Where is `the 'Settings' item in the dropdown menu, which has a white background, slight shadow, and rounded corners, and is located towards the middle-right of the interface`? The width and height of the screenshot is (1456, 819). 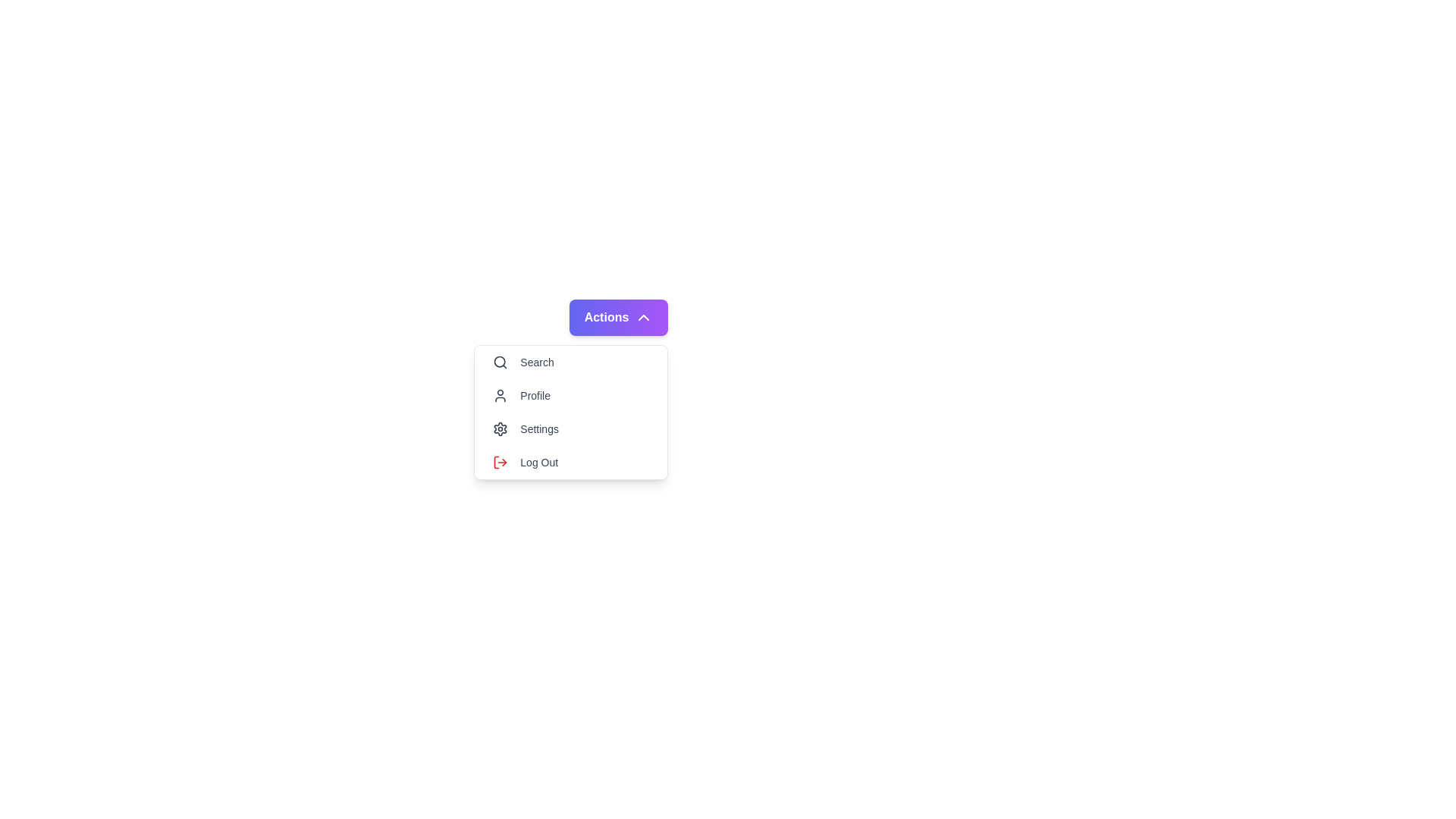 the 'Settings' item in the dropdown menu, which has a white background, slight shadow, and rounded corners, and is located towards the middle-right of the interface is located at coordinates (570, 412).